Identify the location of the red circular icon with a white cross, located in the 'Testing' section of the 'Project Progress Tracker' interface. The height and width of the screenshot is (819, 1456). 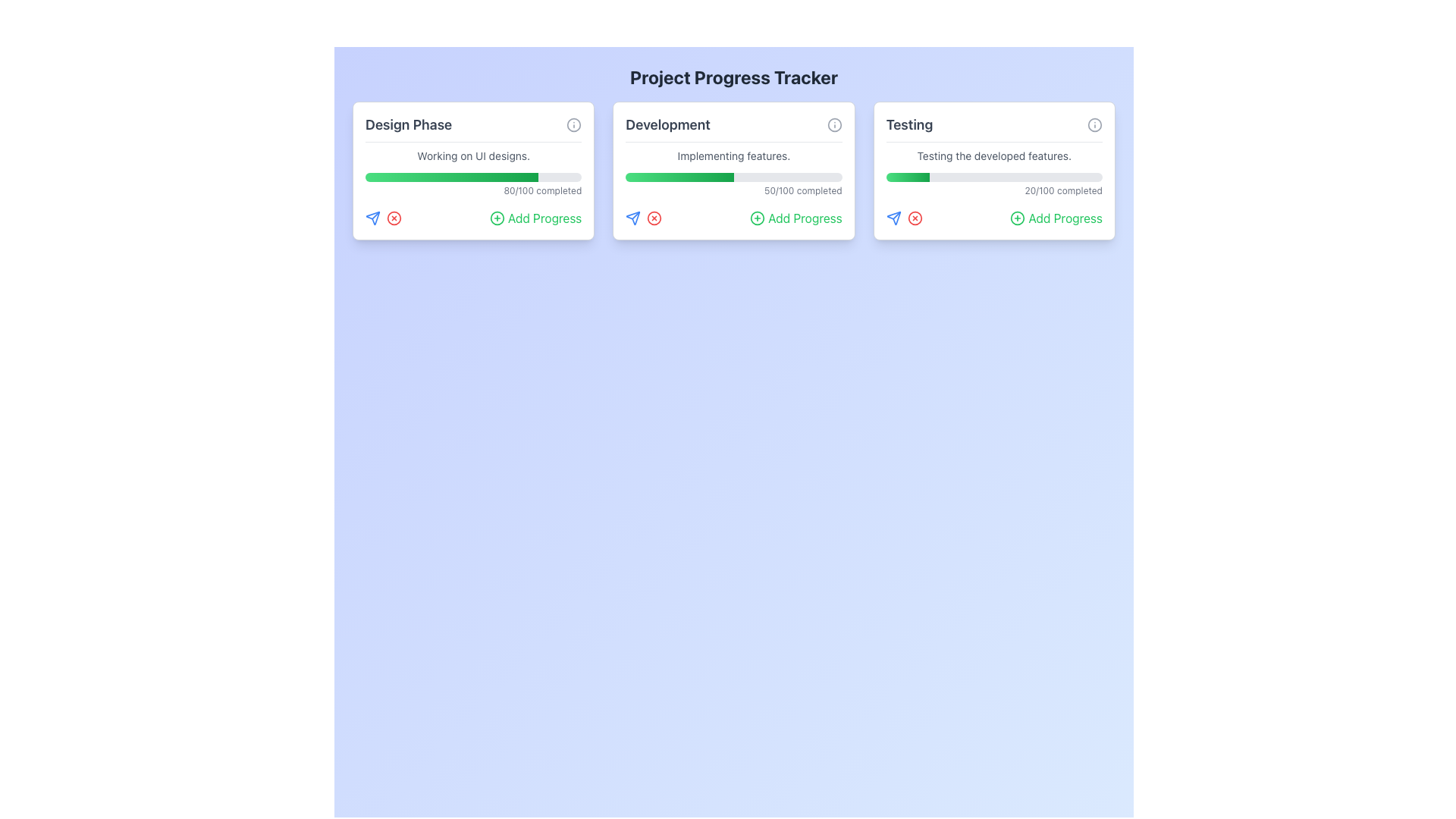
(914, 218).